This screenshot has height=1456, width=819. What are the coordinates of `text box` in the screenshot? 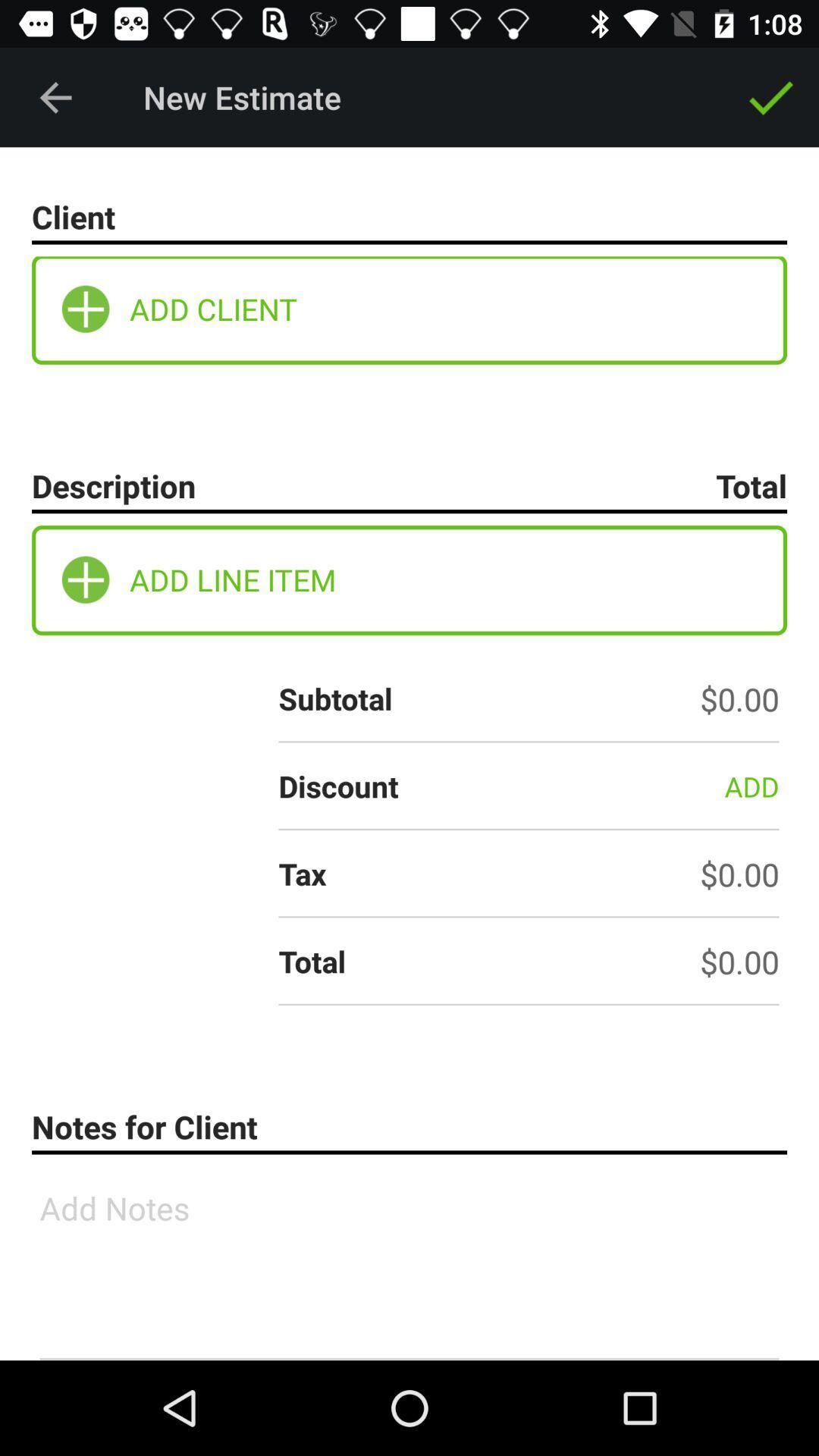 It's located at (409, 1263).